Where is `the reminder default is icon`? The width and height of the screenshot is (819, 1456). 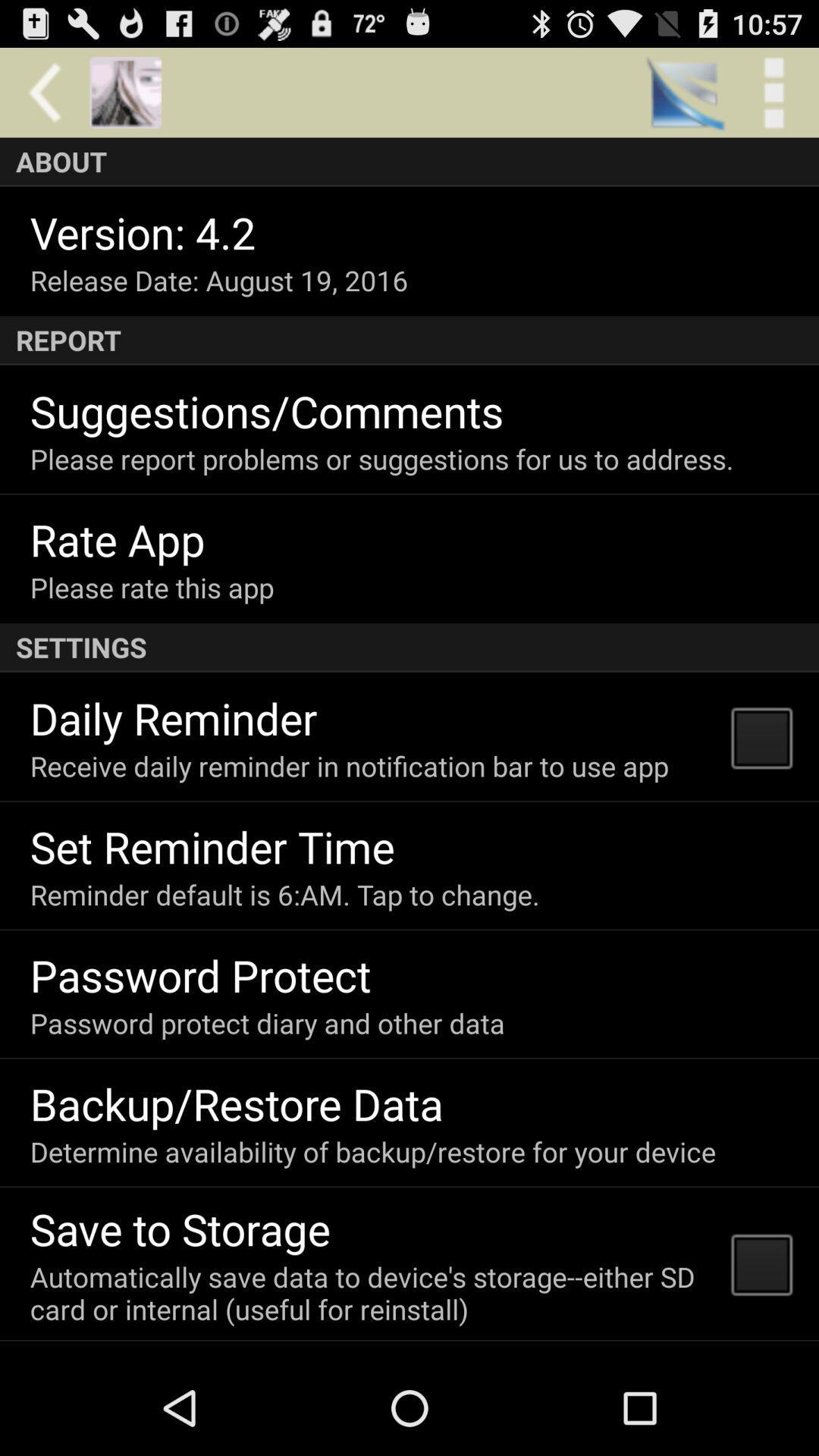
the reminder default is icon is located at coordinates (284, 894).